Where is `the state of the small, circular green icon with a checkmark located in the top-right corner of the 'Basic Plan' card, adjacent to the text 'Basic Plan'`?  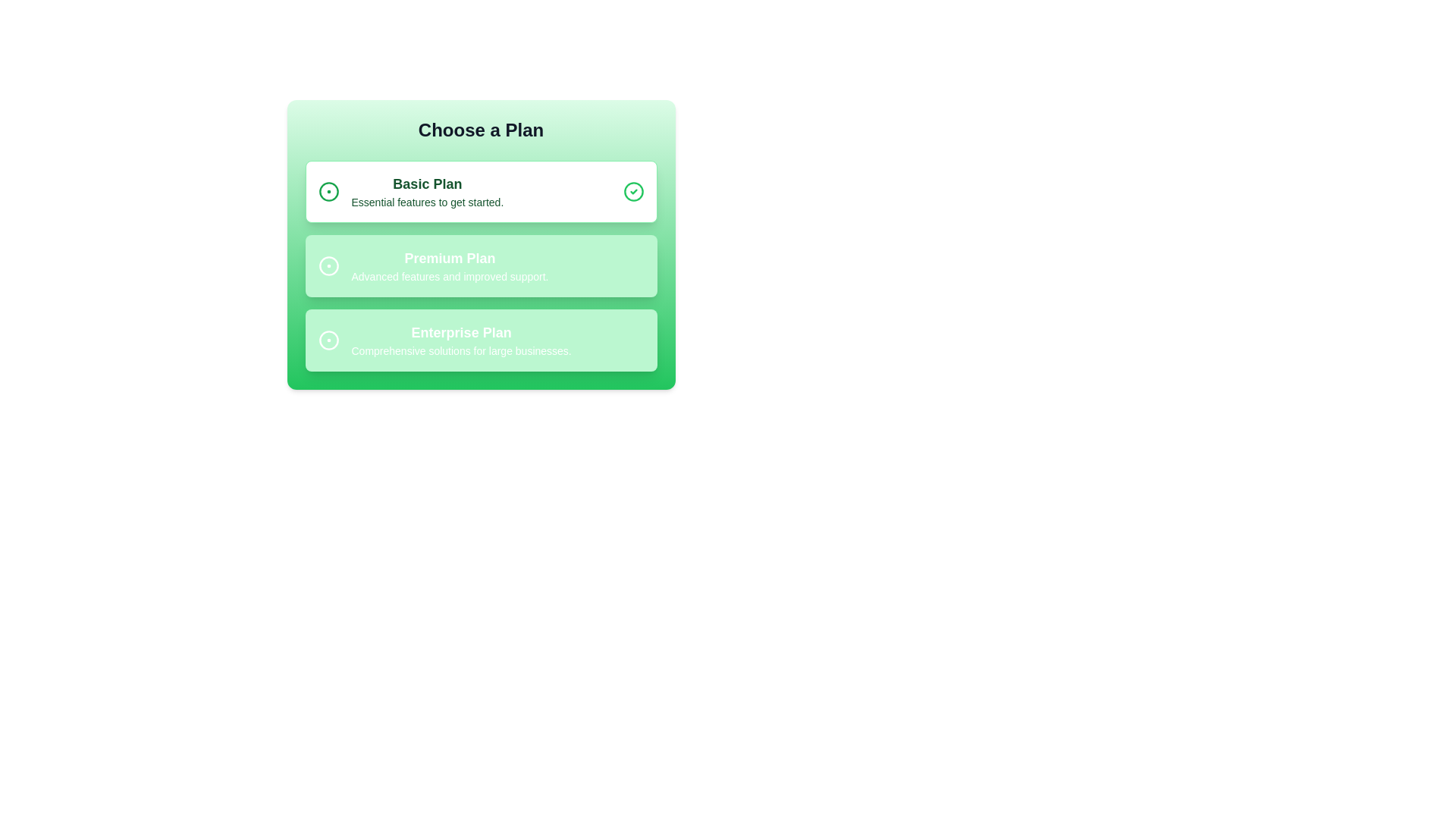 the state of the small, circular green icon with a checkmark located in the top-right corner of the 'Basic Plan' card, adjacent to the text 'Basic Plan' is located at coordinates (633, 191).